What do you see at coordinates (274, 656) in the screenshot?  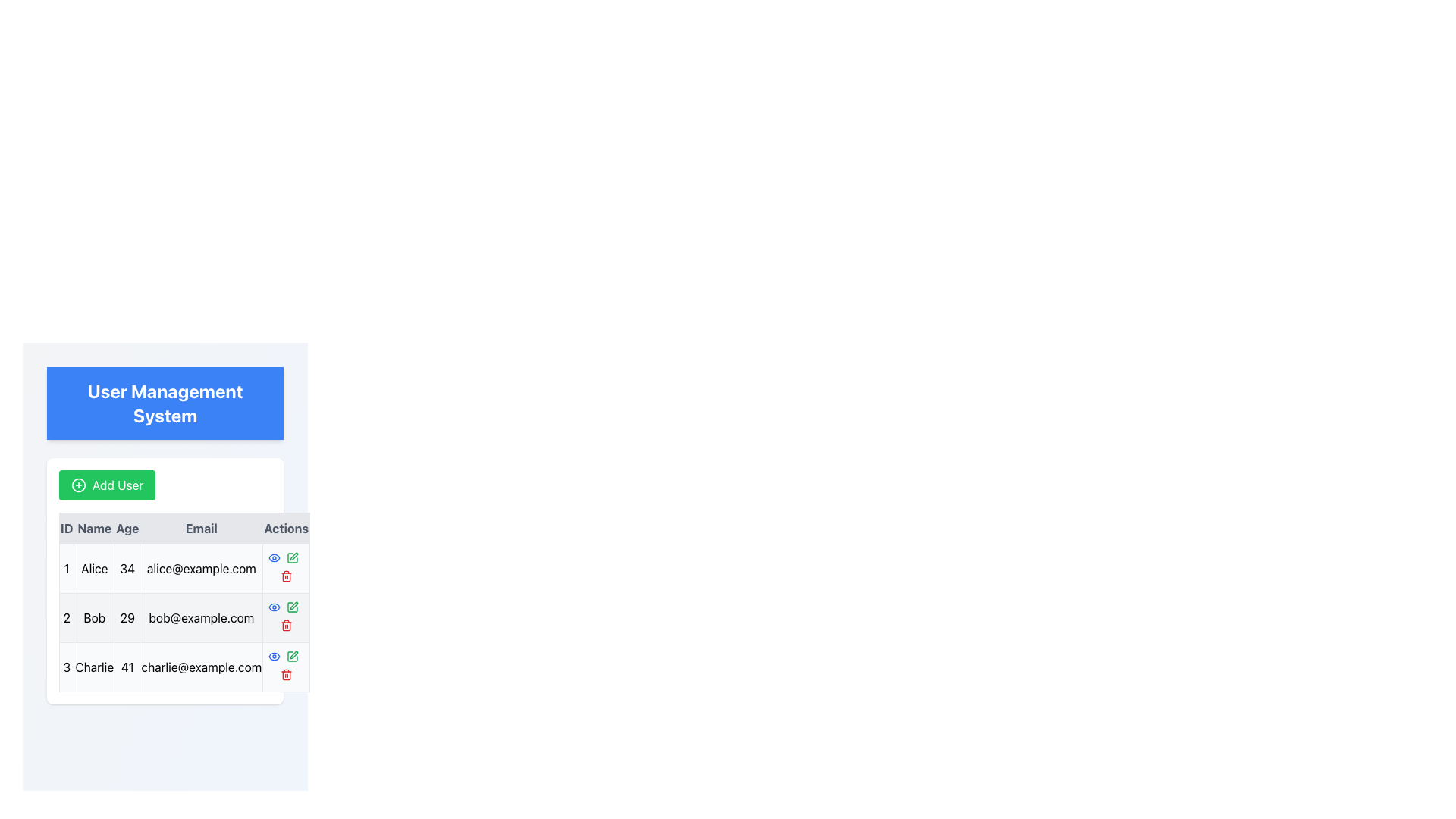 I see `the first icon in the actions column of the third row in the table` at bounding box center [274, 656].